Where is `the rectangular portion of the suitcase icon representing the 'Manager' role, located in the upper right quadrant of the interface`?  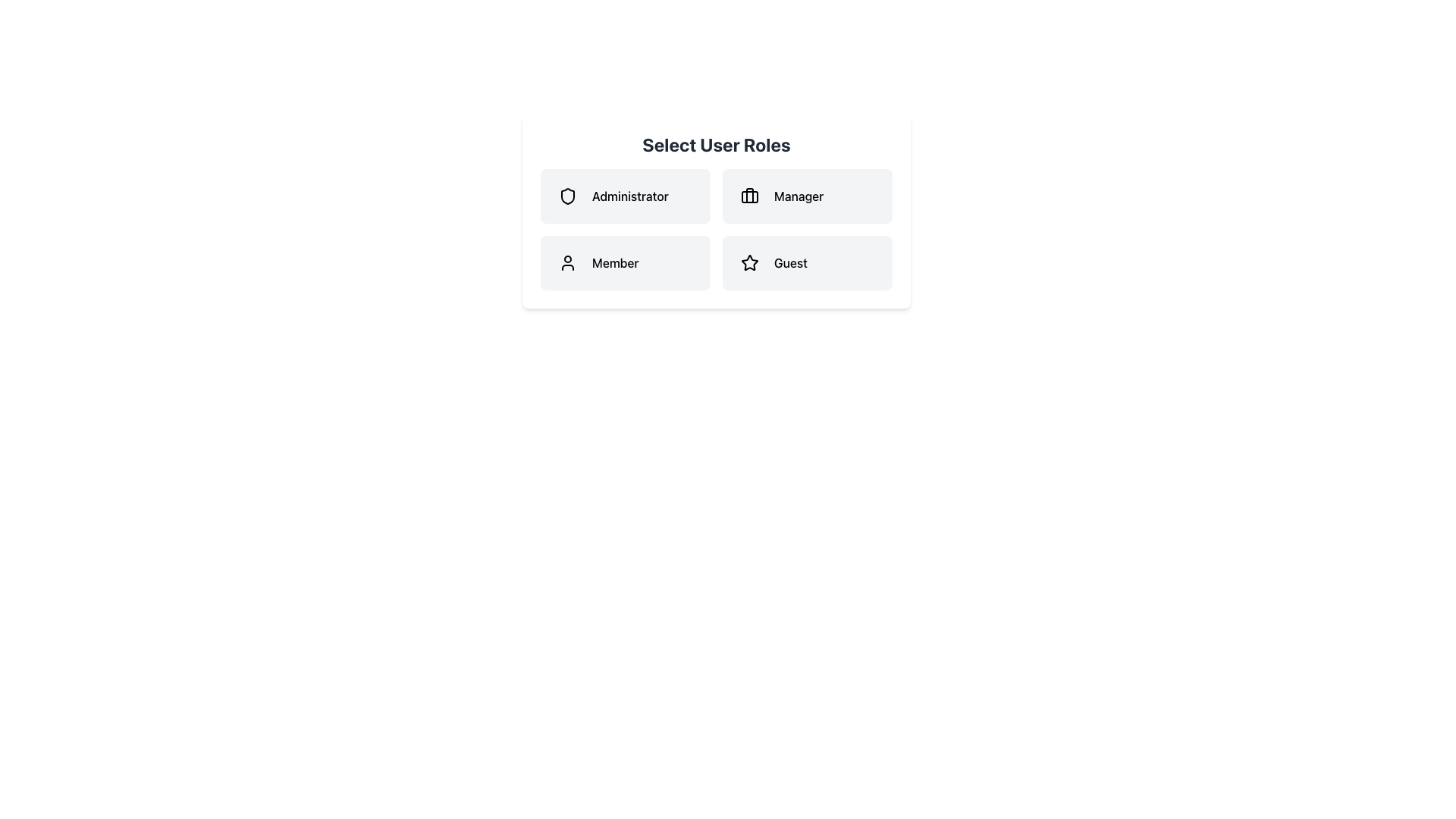 the rectangular portion of the suitcase icon representing the 'Manager' role, located in the upper right quadrant of the interface is located at coordinates (749, 196).